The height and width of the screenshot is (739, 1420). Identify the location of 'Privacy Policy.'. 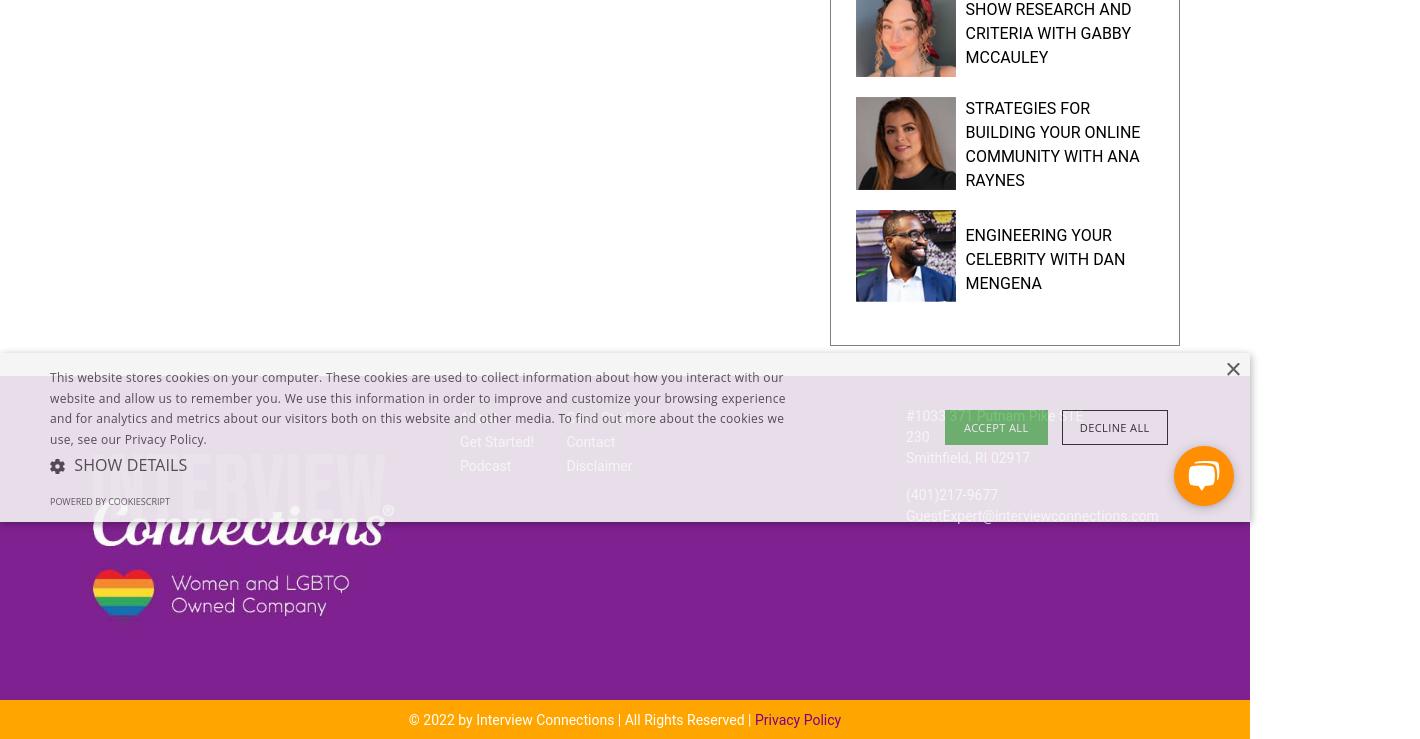
(122, 438).